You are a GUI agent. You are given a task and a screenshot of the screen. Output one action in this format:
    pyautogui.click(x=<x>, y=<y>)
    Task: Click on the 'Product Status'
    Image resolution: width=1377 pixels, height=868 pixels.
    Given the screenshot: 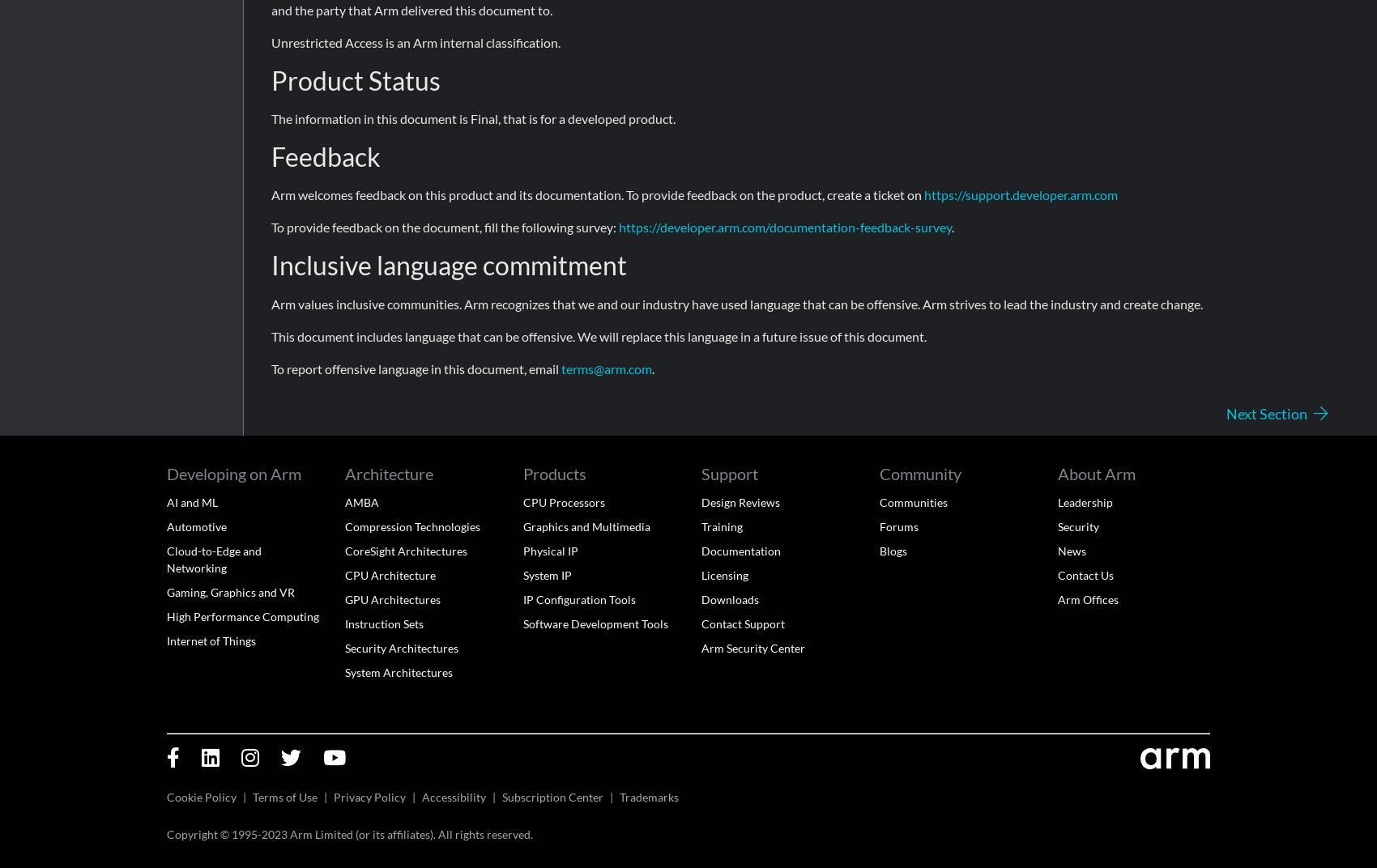 What is the action you would take?
    pyautogui.click(x=356, y=79)
    